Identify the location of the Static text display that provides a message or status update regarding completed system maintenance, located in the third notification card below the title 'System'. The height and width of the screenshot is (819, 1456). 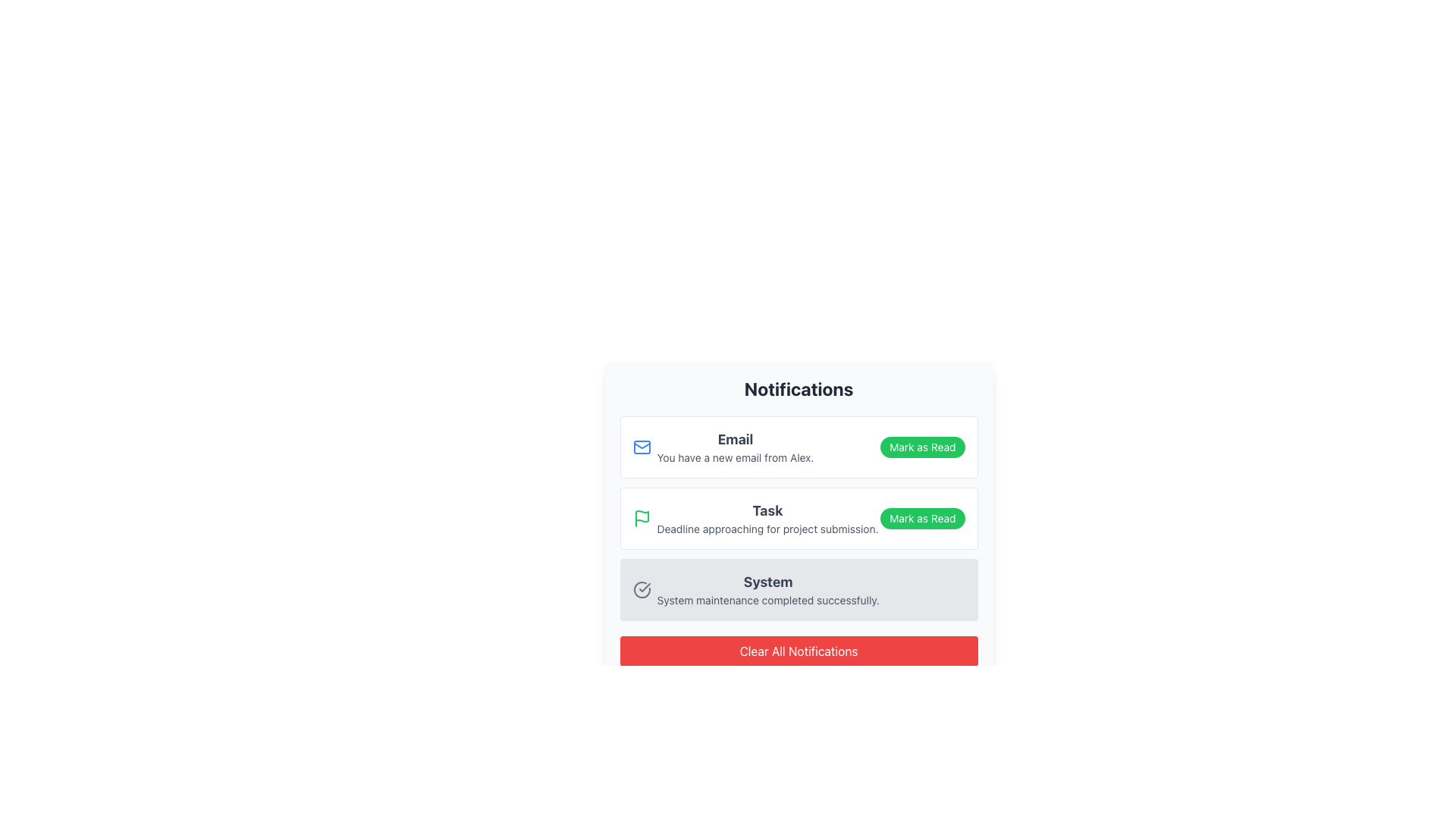
(768, 599).